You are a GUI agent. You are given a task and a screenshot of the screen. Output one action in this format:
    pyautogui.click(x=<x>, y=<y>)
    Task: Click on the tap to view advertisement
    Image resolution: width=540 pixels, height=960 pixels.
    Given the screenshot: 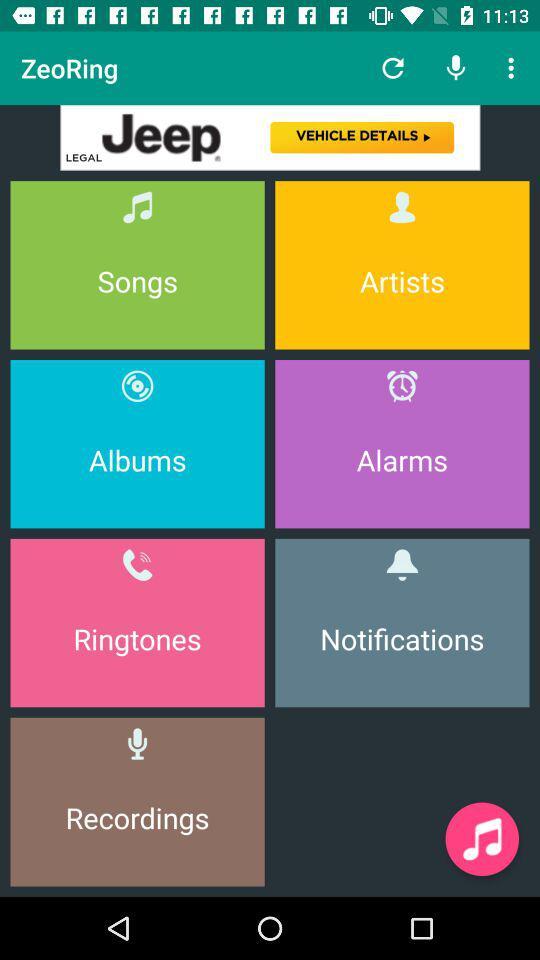 What is the action you would take?
    pyautogui.click(x=270, y=136)
    